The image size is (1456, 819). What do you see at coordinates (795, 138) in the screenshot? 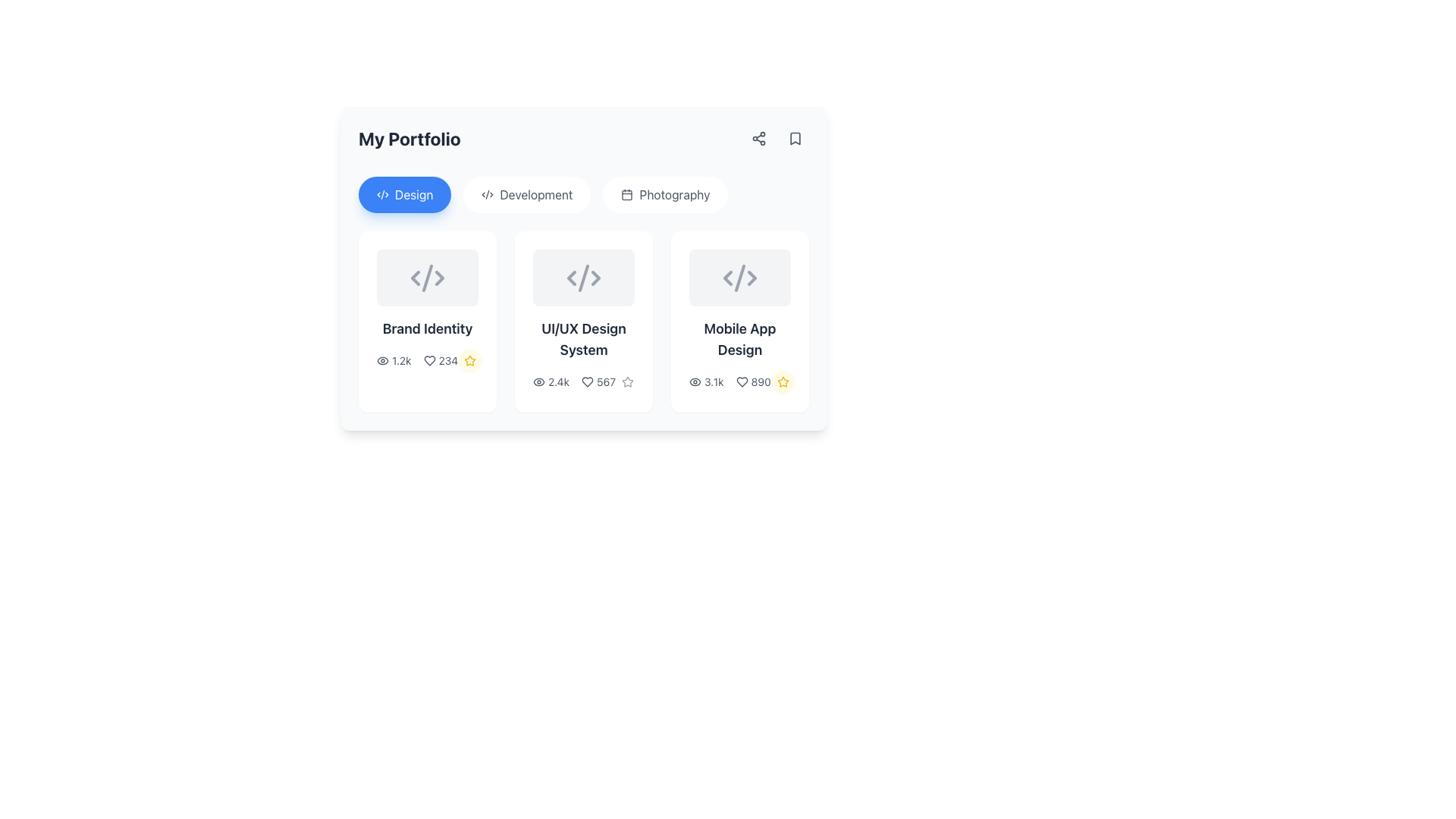
I see `the rightmost bookmark button with an SVG icon in the 'My Portfolio' section to bookmark the portfolio` at bounding box center [795, 138].